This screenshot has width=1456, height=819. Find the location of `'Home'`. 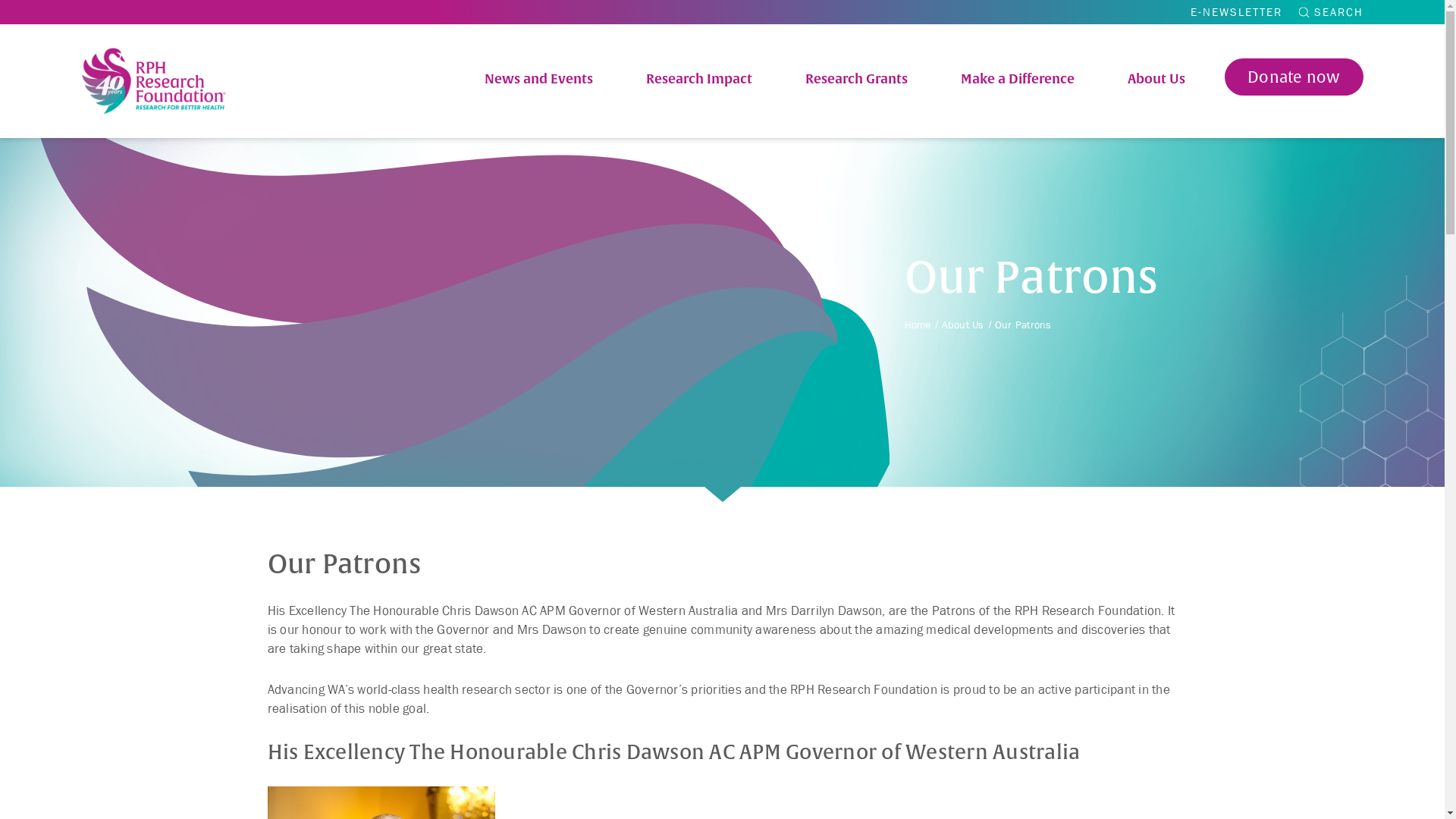

'Home' is located at coordinates (916, 324).